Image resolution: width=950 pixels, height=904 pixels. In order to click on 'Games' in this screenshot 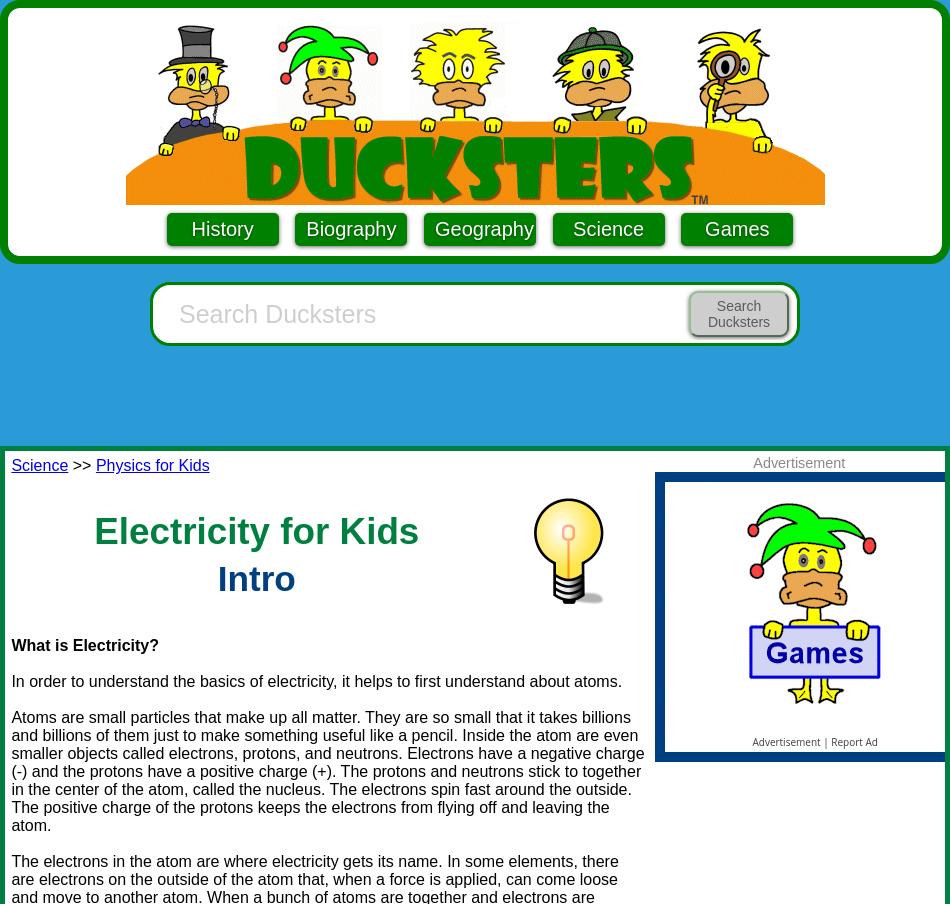, I will do `click(704, 227)`.